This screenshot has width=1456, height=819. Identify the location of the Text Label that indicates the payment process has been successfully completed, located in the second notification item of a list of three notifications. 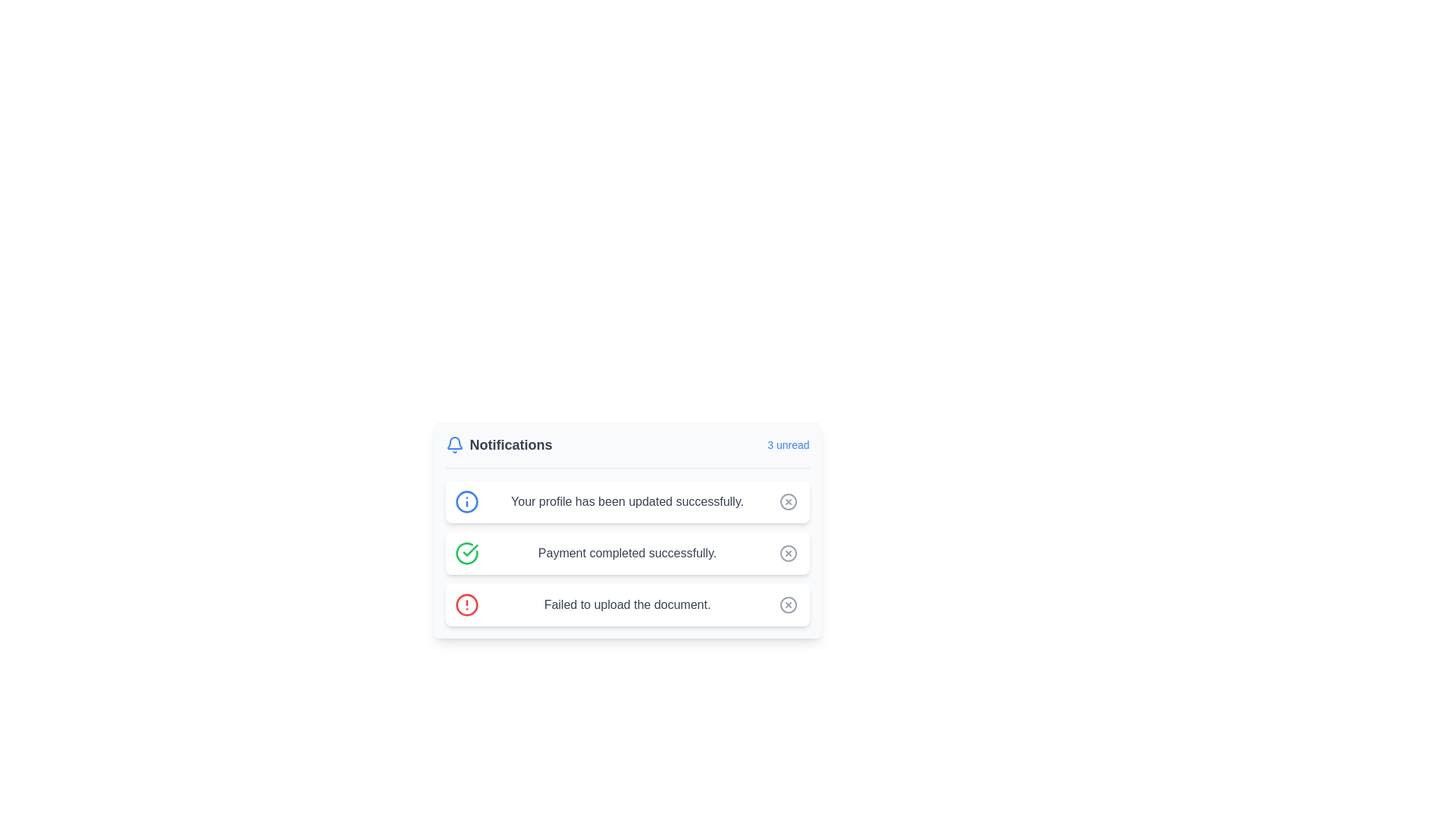
(627, 553).